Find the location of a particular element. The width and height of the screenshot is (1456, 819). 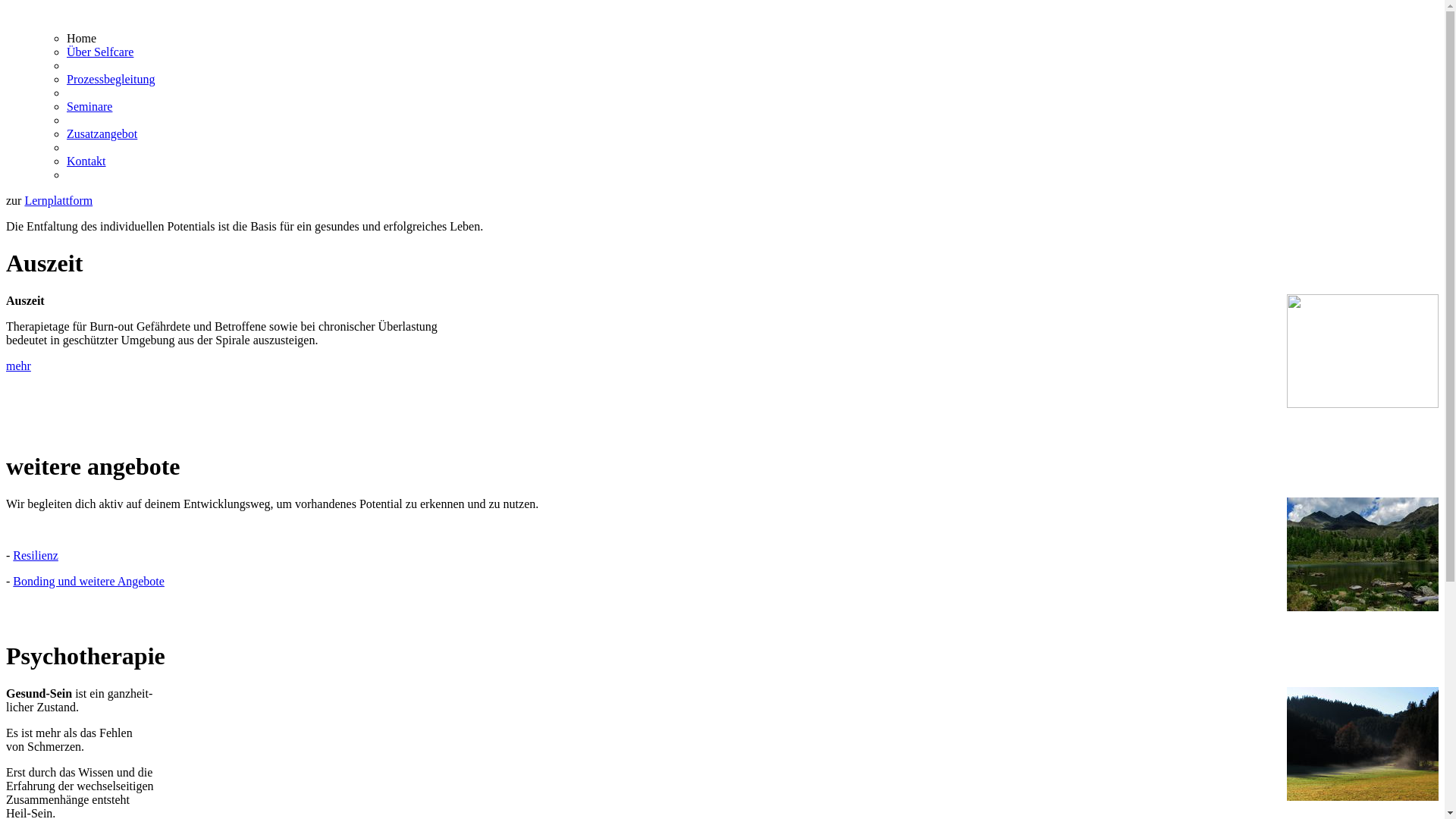

'Kontakt' is located at coordinates (65, 161).